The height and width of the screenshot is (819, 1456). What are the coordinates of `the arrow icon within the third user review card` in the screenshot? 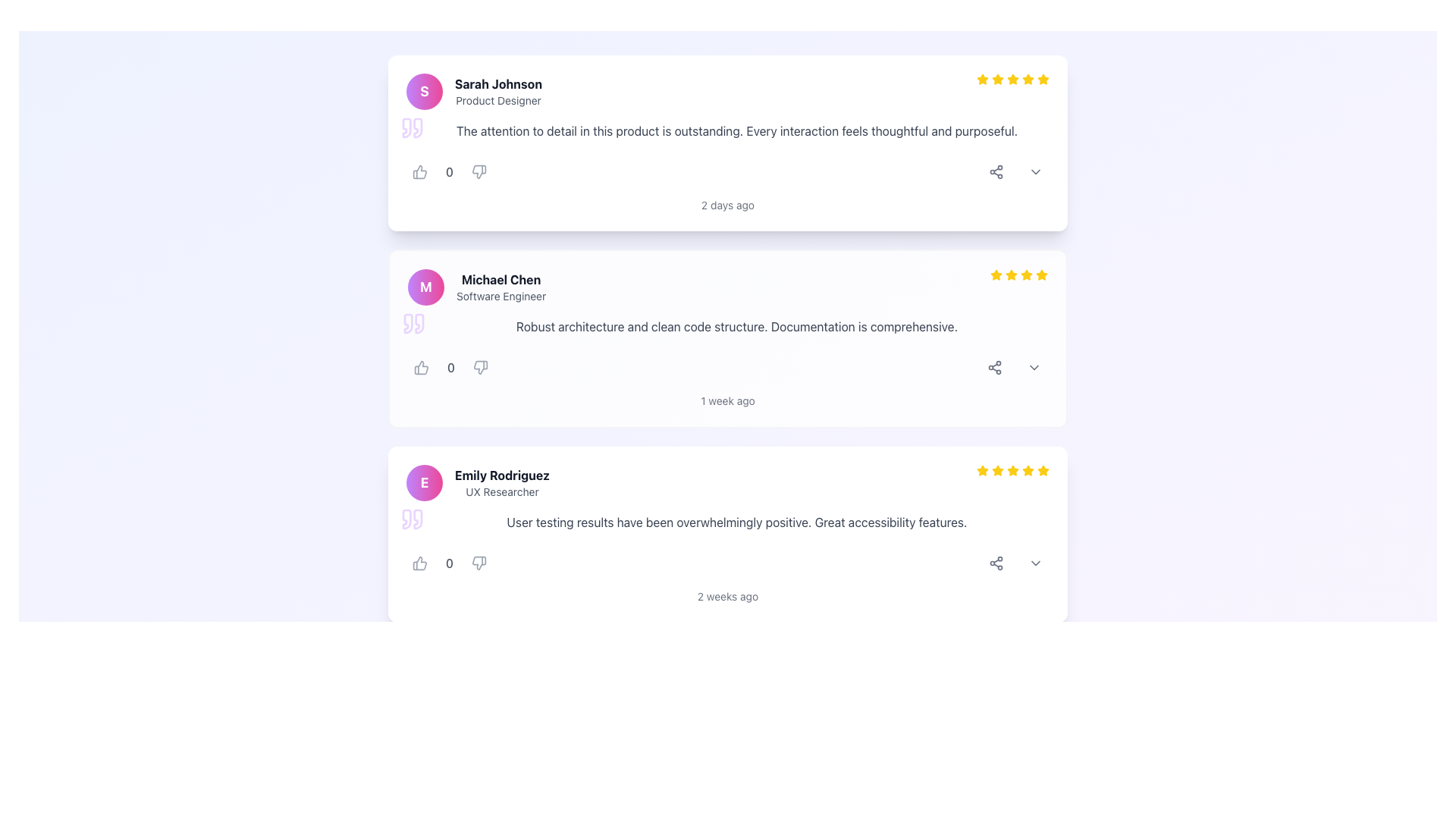 It's located at (1035, 563).